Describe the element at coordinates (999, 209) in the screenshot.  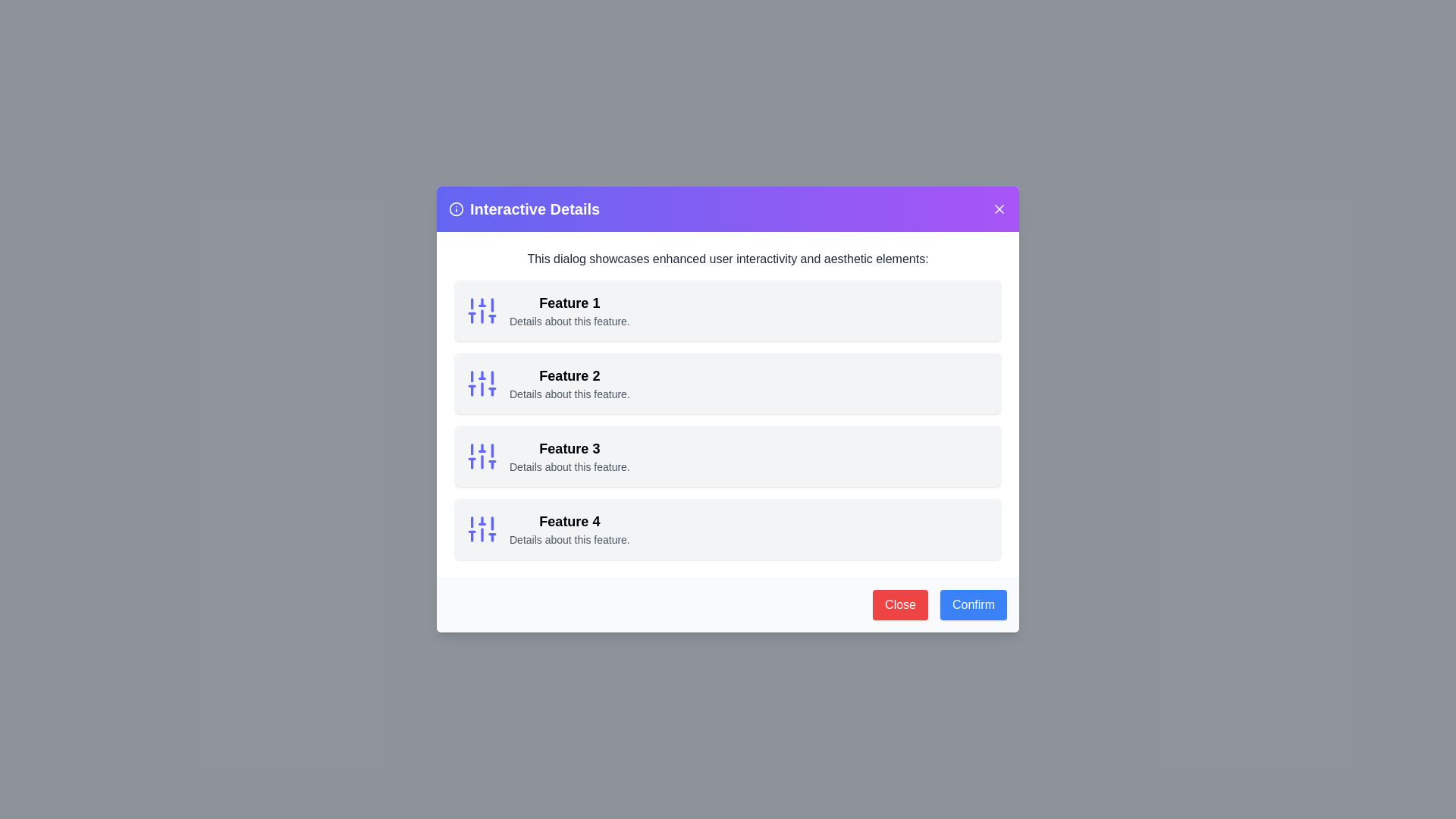
I see `the close button in the header to close the dialog` at that location.